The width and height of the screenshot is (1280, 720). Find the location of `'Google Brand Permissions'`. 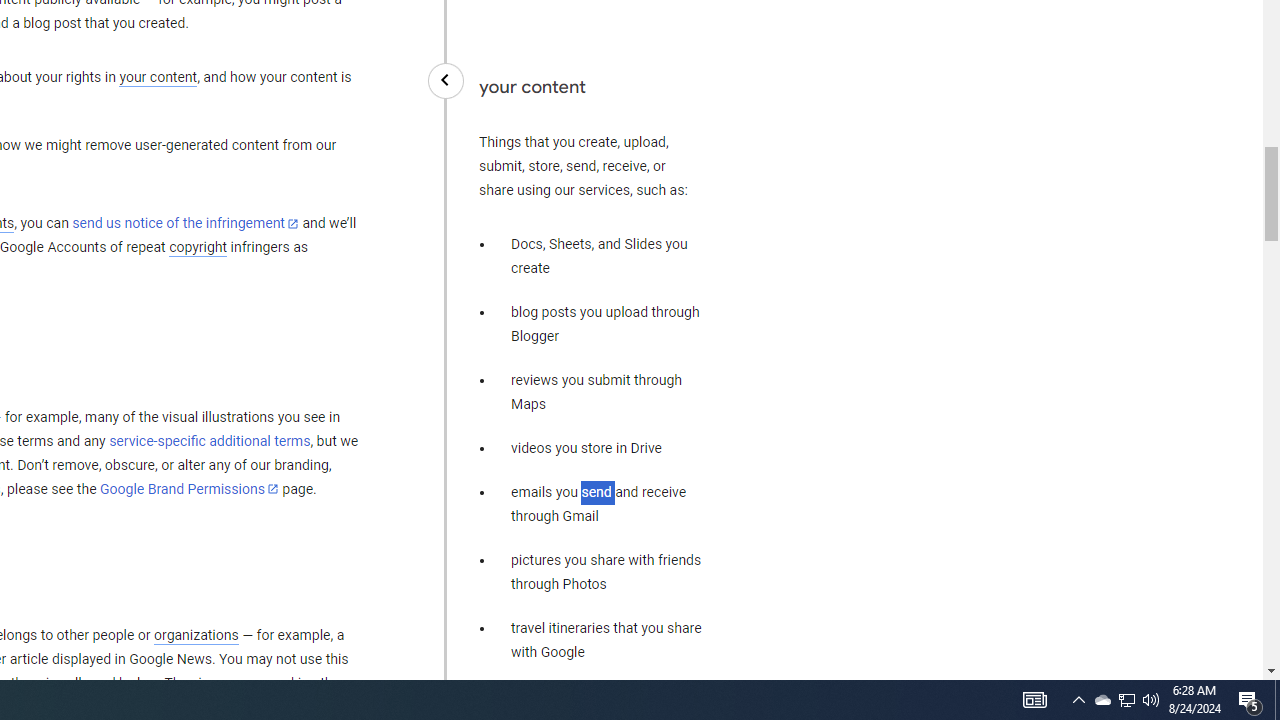

'Google Brand Permissions' is located at coordinates (189, 489).